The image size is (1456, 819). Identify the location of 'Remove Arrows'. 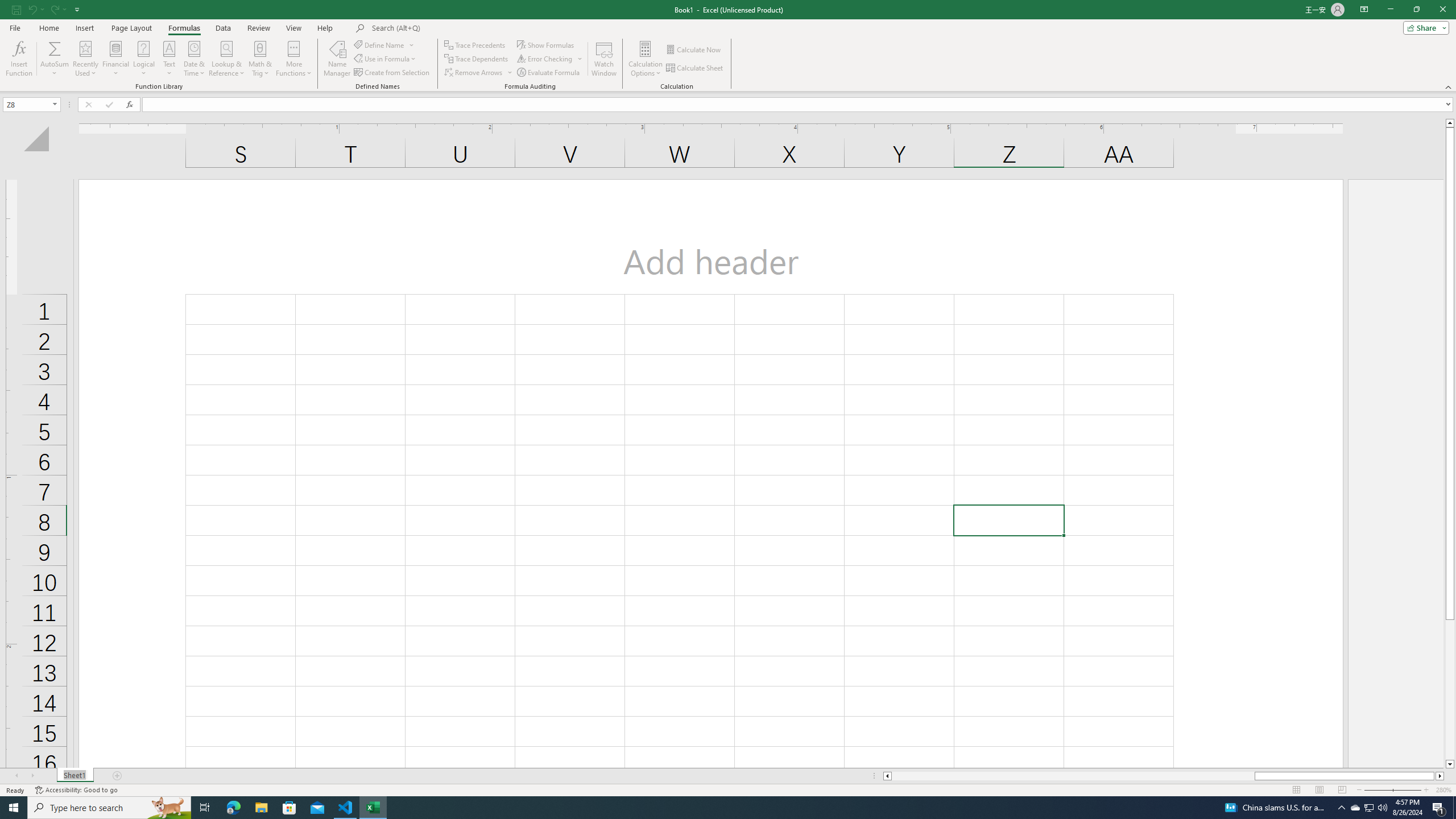
(478, 72).